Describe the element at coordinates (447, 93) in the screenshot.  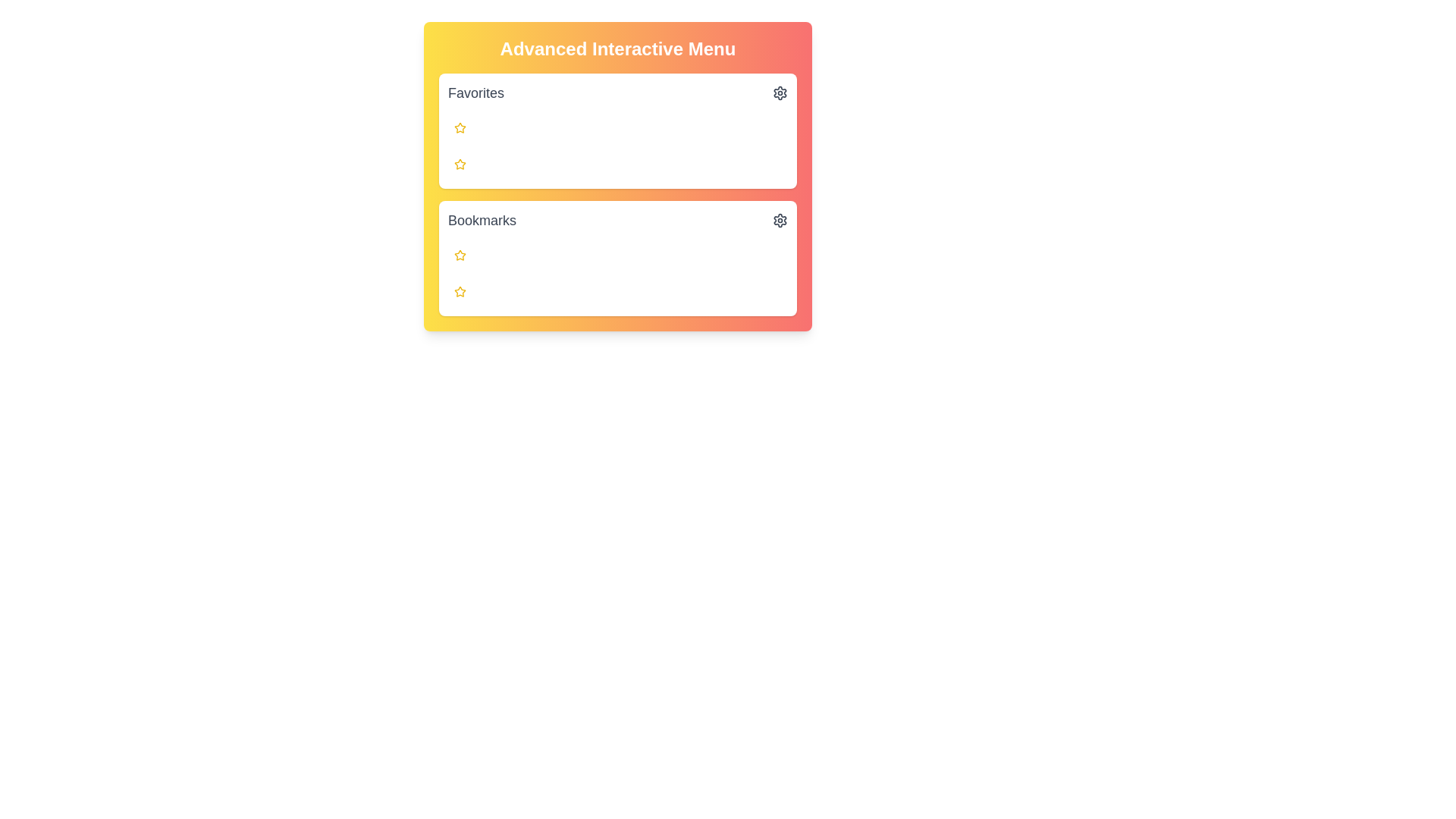
I see `the text content of the section titled Favorites` at that location.